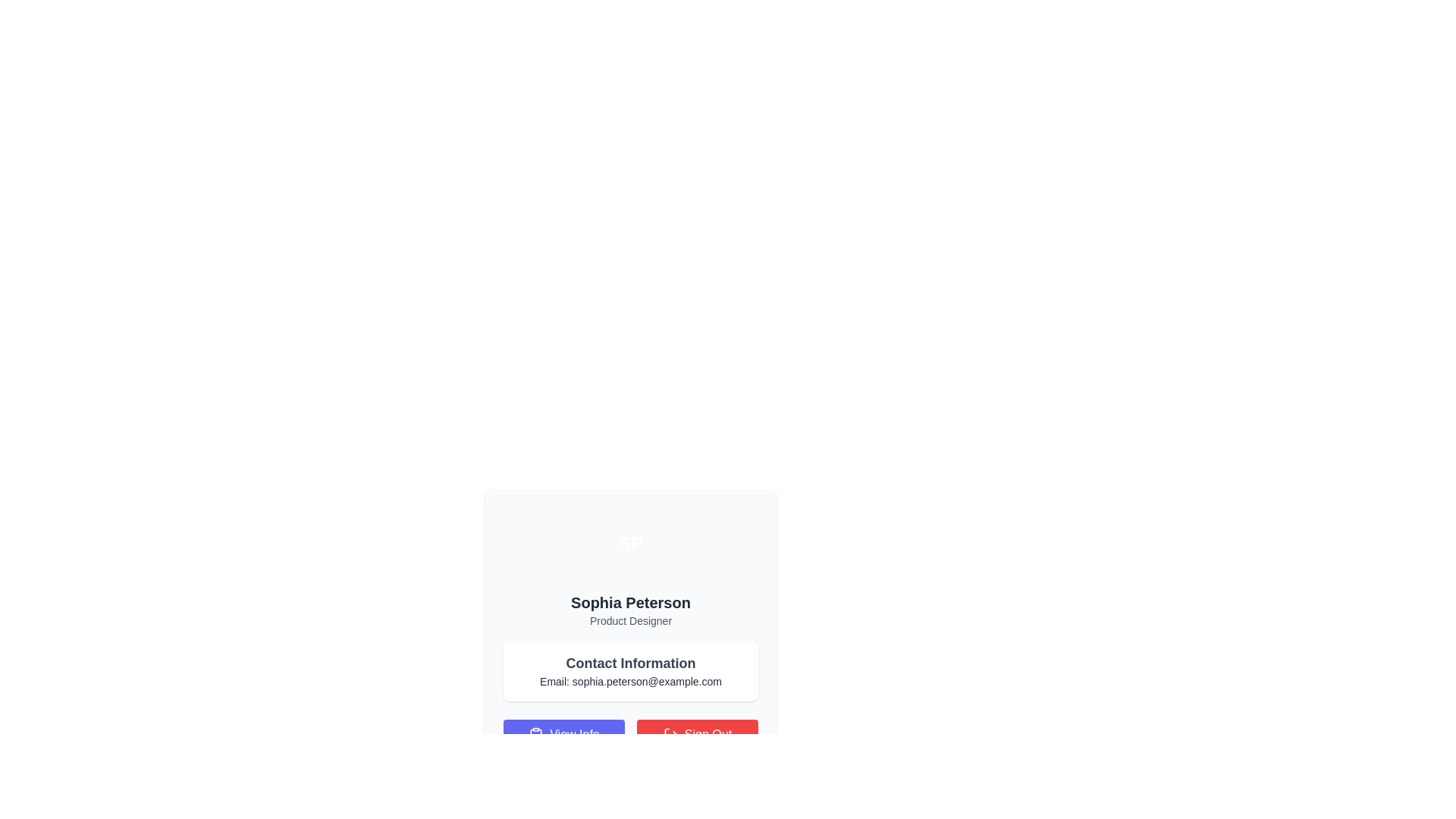 This screenshot has width=1456, height=819. I want to click on the text display element that shows the user name 'Sophia Peterson', located below the avatar component and above 'Product Designer', so click(630, 601).